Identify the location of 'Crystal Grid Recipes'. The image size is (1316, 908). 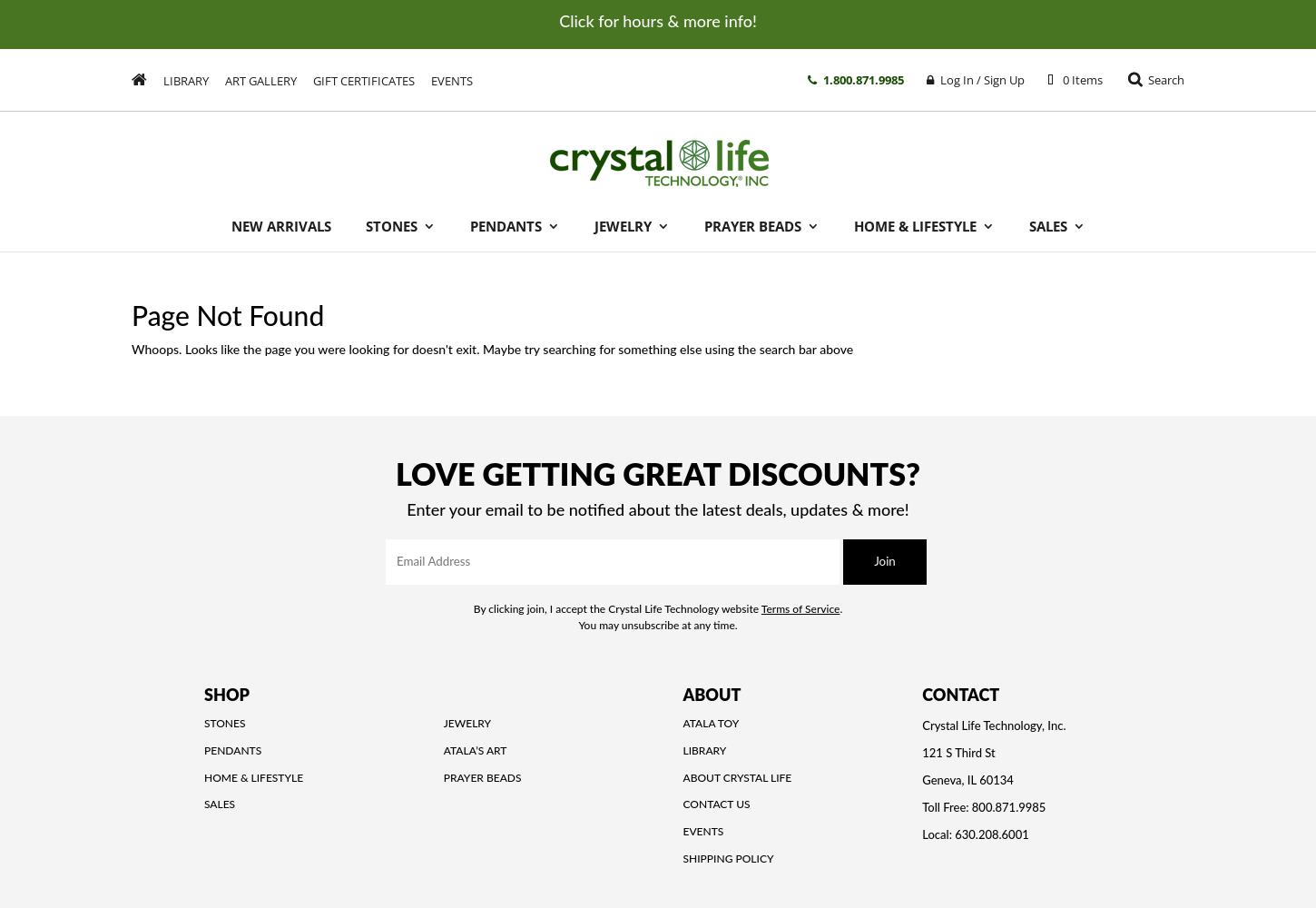
(445, 430).